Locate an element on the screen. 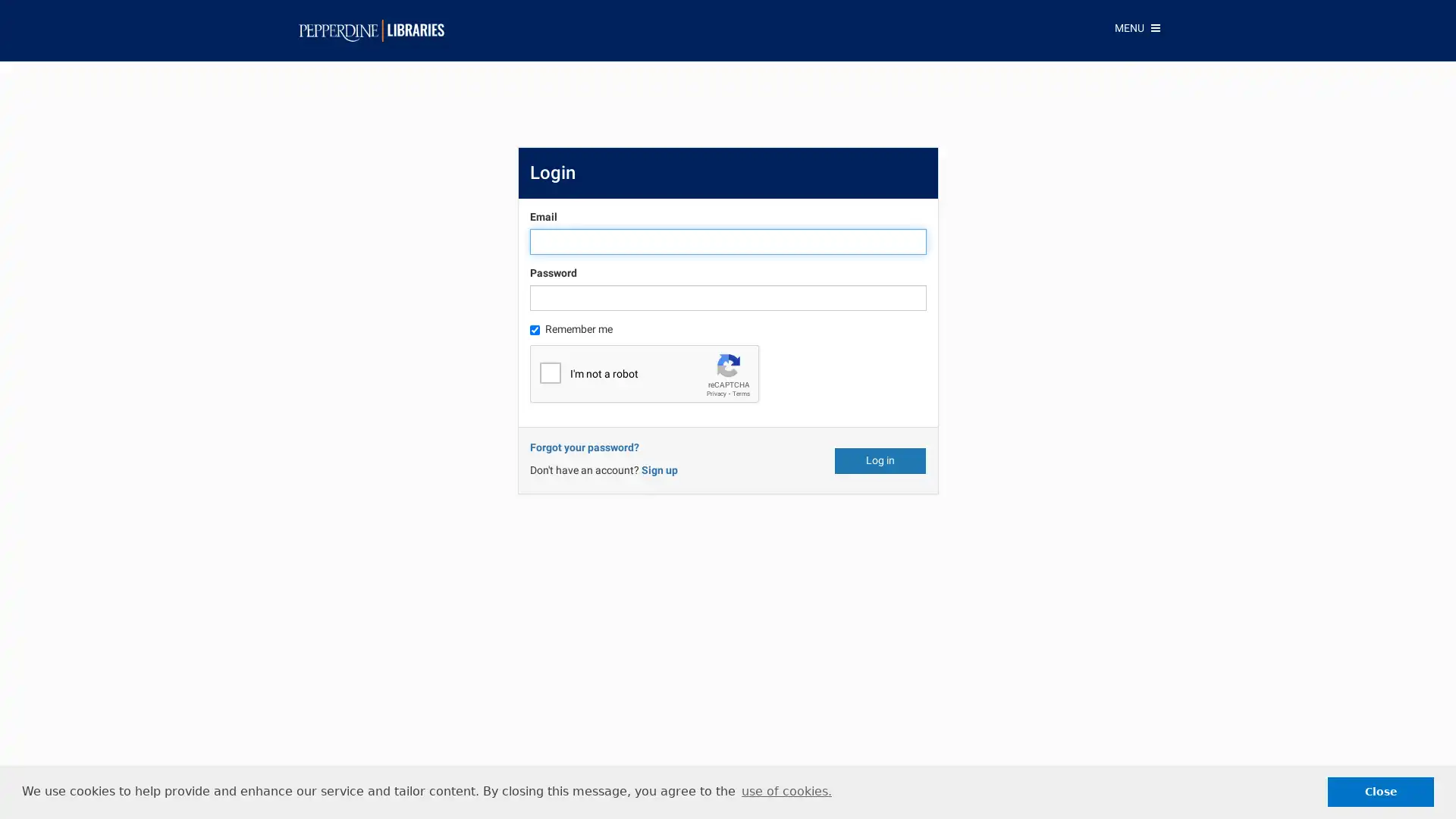 The image size is (1456, 819). Log in is located at coordinates (880, 459).